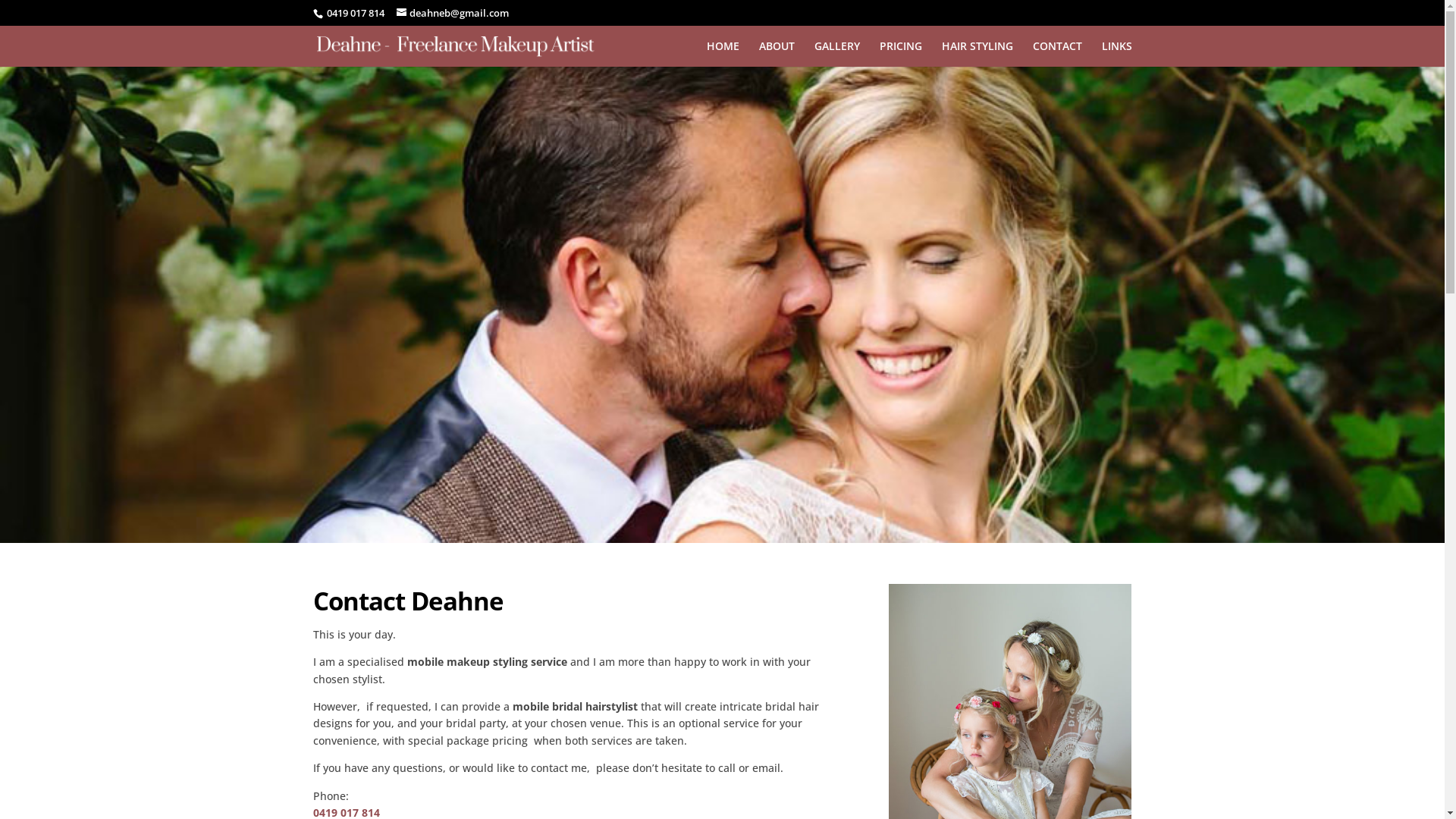  I want to click on 'PRICING', so click(900, 52).